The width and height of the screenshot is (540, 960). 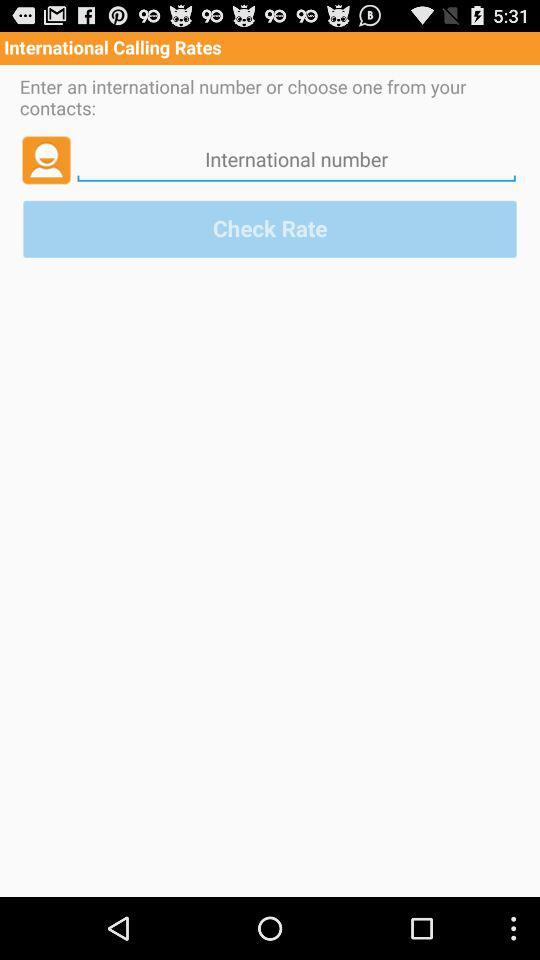 I want to click on the avatar icon, so click(x=46, y=169).